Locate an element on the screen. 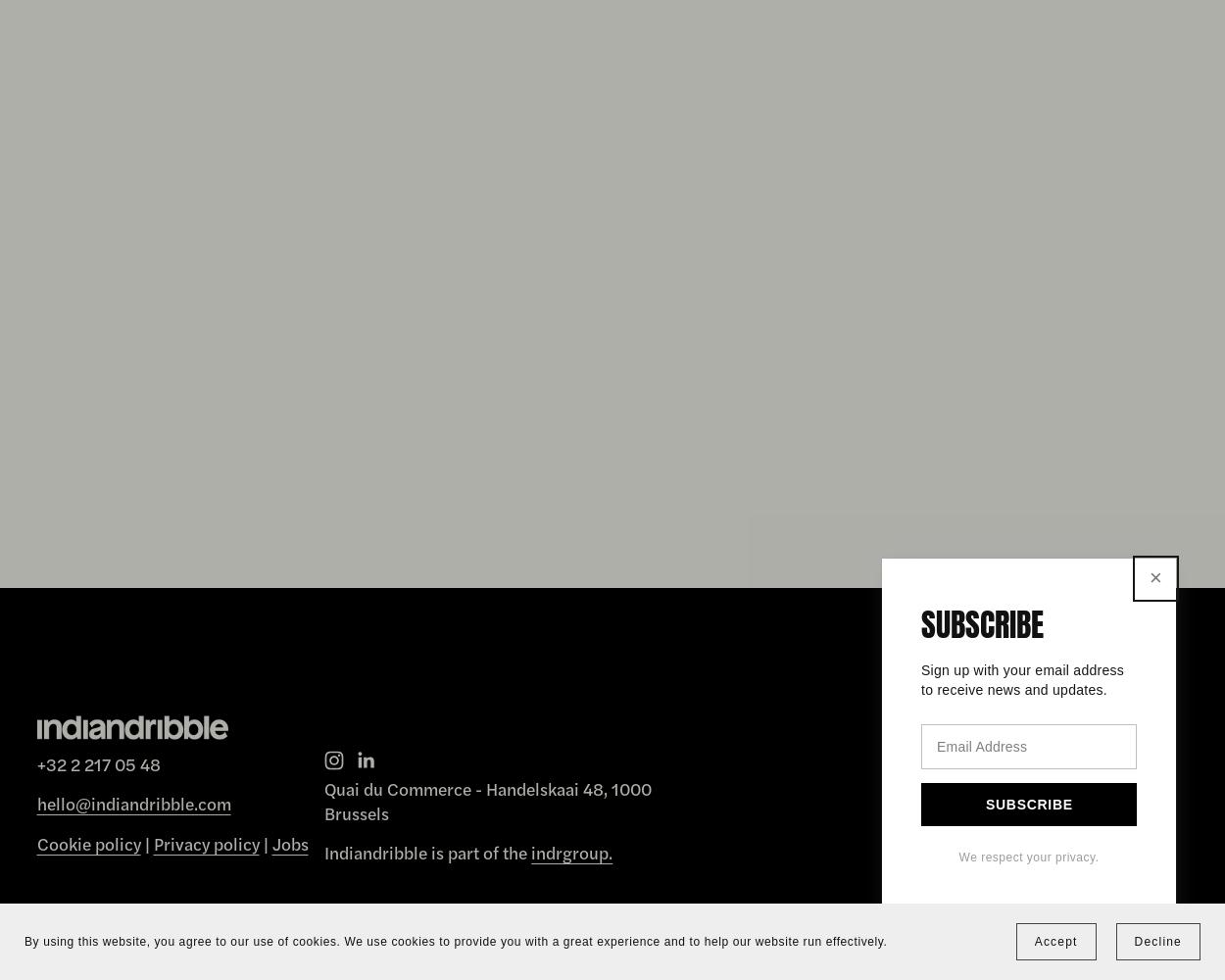 This screenshot has width=1225, height=980. 'Privacy policy' is located at coordinates (153, 841).